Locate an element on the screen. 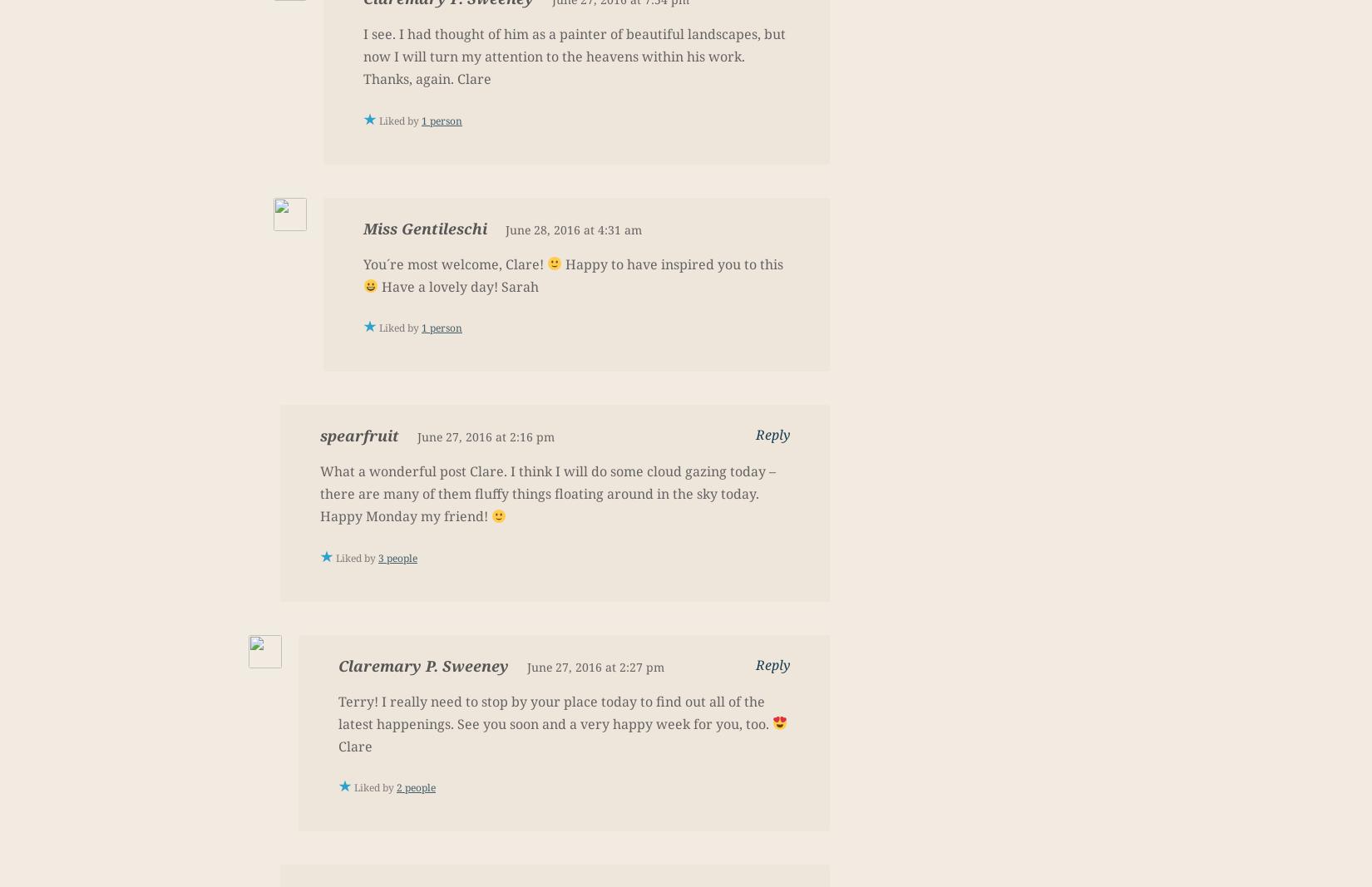  'June 27, 2016 at 2:16 pm' is located at coordinates (416, 436).